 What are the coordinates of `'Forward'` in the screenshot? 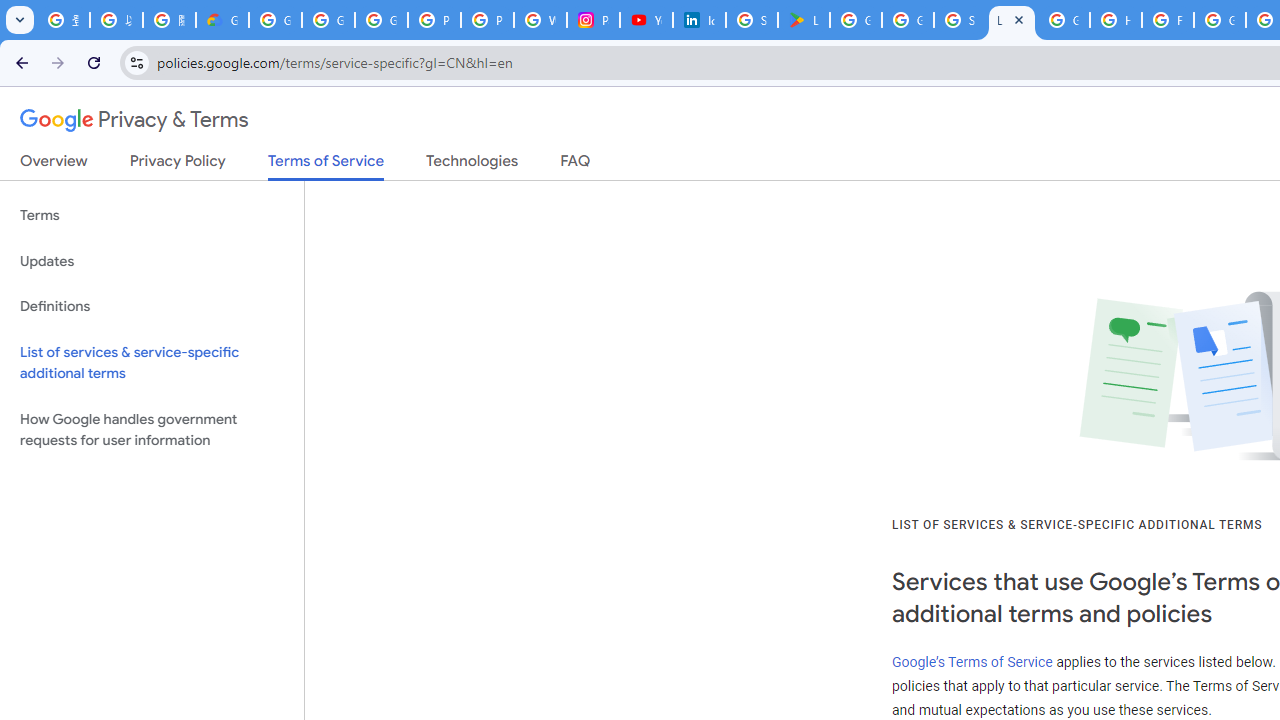 It's located at (58, 61).